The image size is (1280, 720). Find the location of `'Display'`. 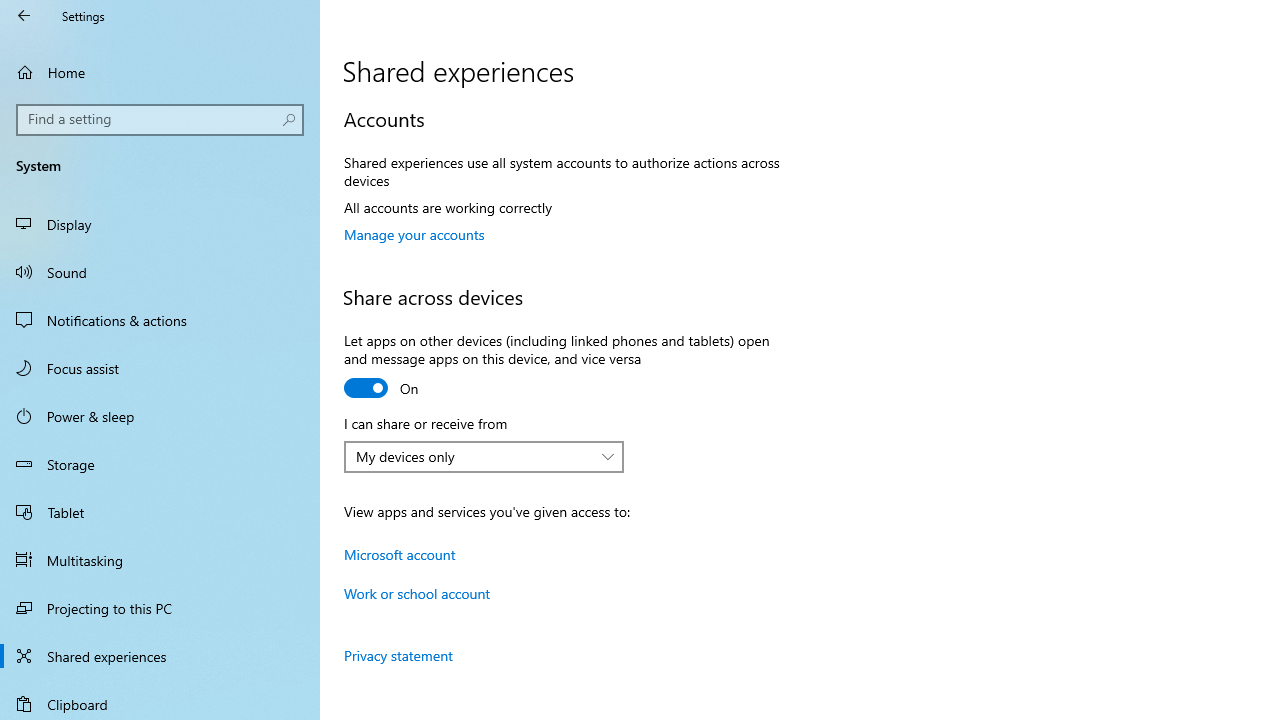

'Display' is located at coordinates (160, 223).